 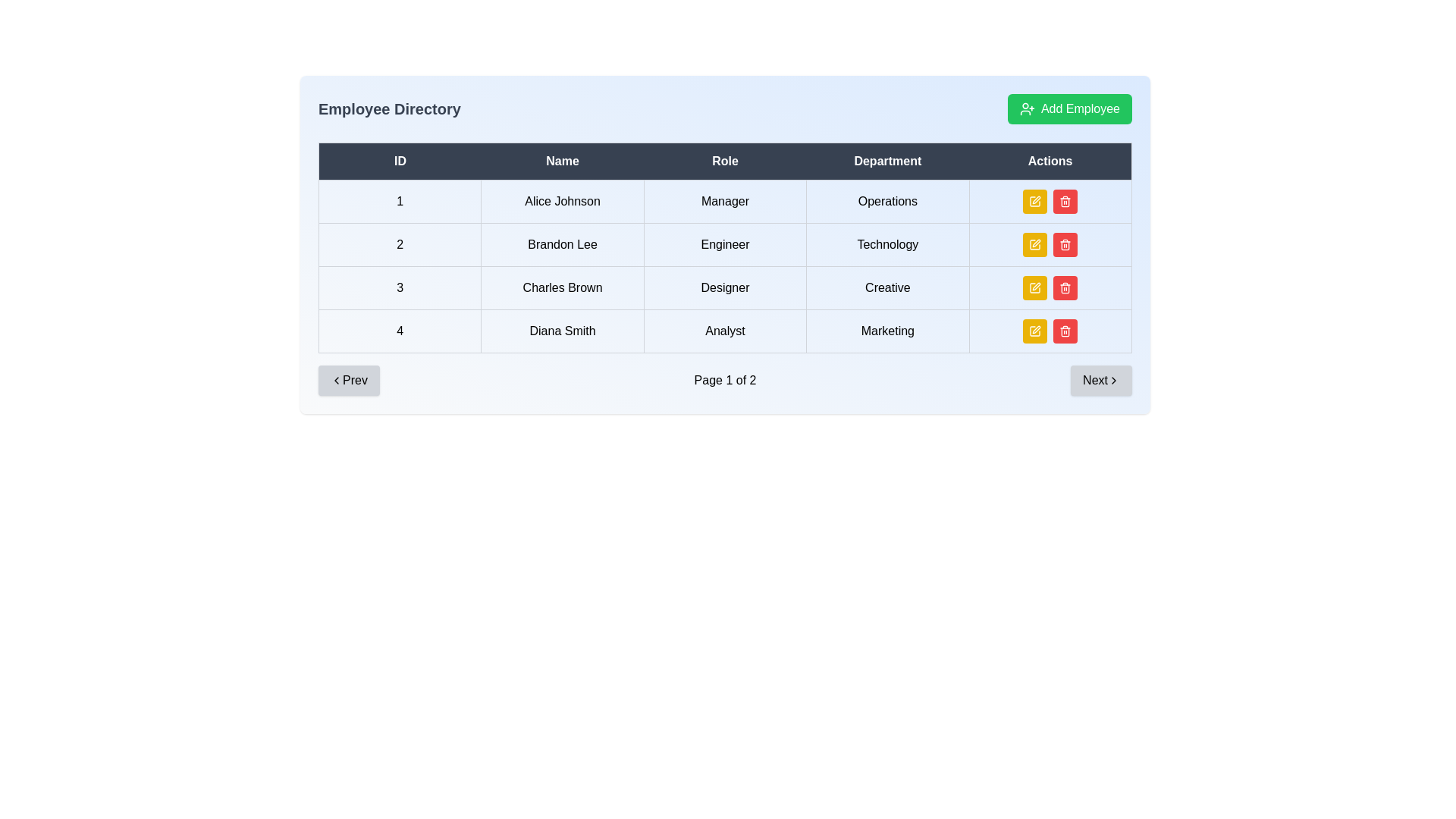 What do you see at coordinates (1065, 201) in the screenshot?
I see `the red delete button with a white trashcan icon located in the last row of the 'Actions' column` at bounding box center [1065, 201].